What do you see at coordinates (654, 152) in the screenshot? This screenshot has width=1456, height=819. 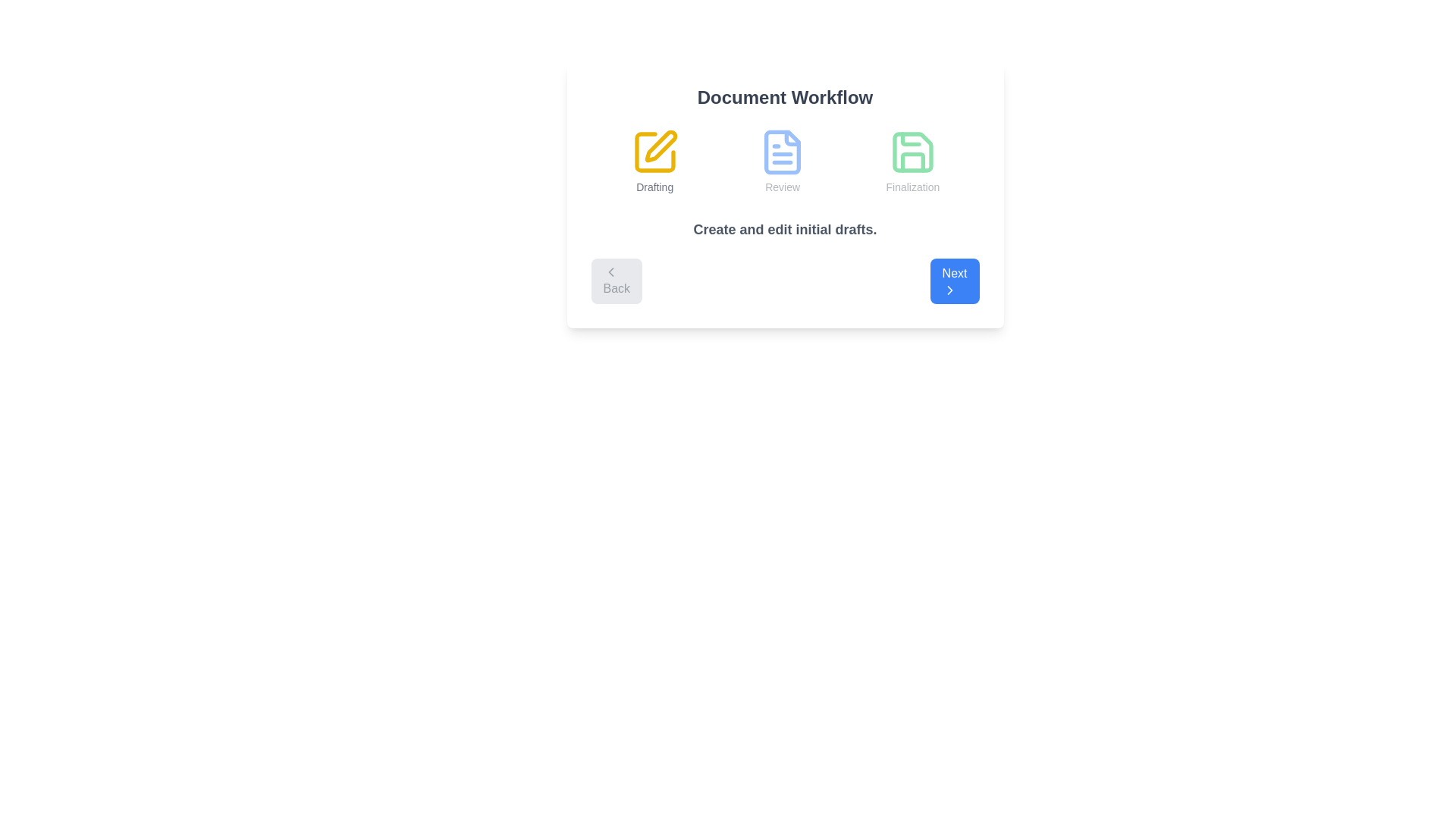 I see `the 'Drafting' icon, which is the first icon under the 'Document Workflow' header` at bounding box center [654, 152].